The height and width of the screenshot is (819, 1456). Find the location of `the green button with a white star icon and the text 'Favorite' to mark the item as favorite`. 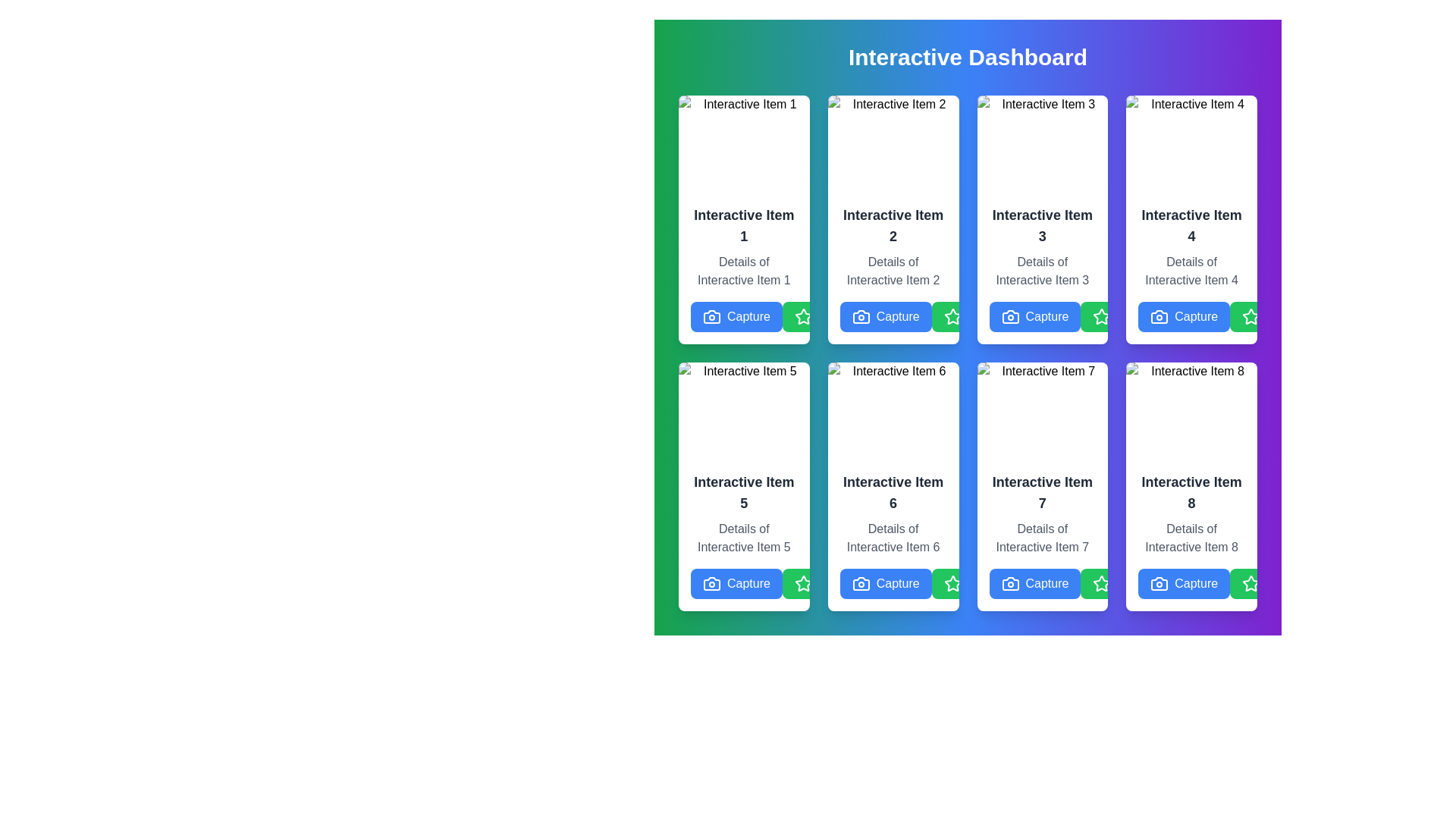

the green button with a white star icon and the text 'Favorite' to mark the item as favorite is located at coordinates (1127, 583).